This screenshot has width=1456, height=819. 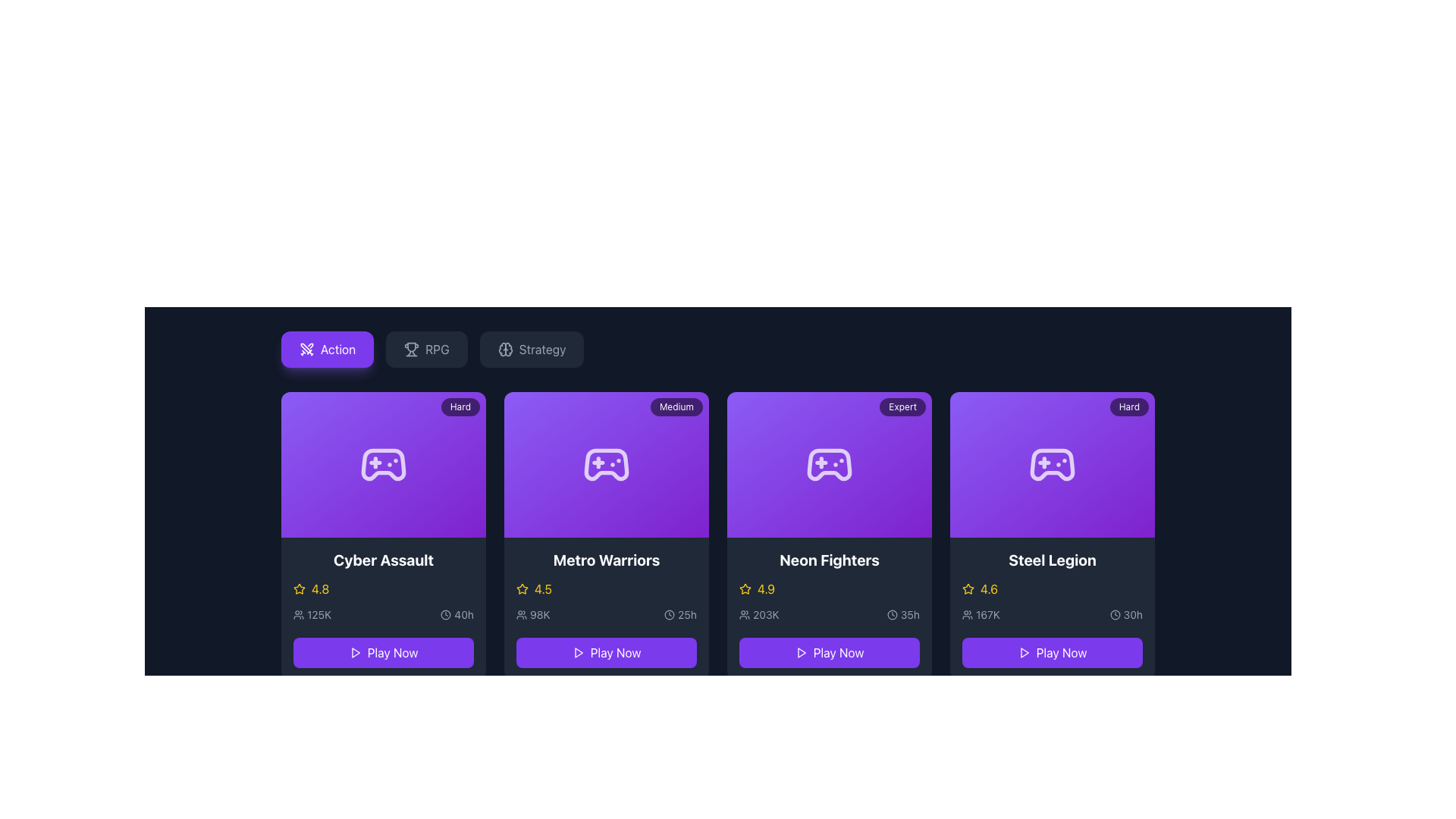 I want to click on the play icon of the 'Play Now' button for 'Metro Warriors', which indicates the playback functionality, so click(x=577, y=651).